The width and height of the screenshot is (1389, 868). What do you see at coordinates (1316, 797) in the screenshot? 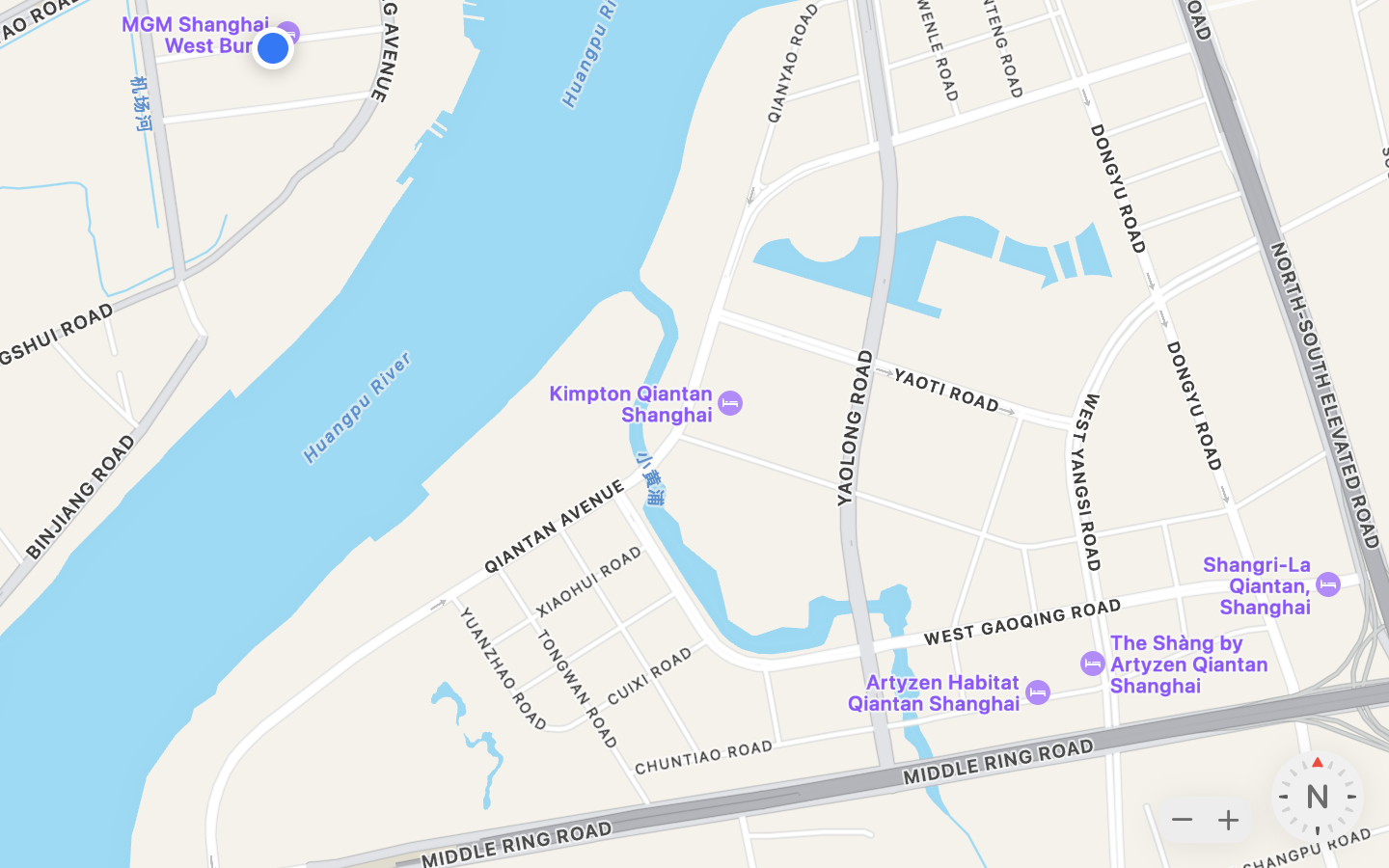
I see `'Heading: 0 degrees North'` at bounding box center [1316, 797].